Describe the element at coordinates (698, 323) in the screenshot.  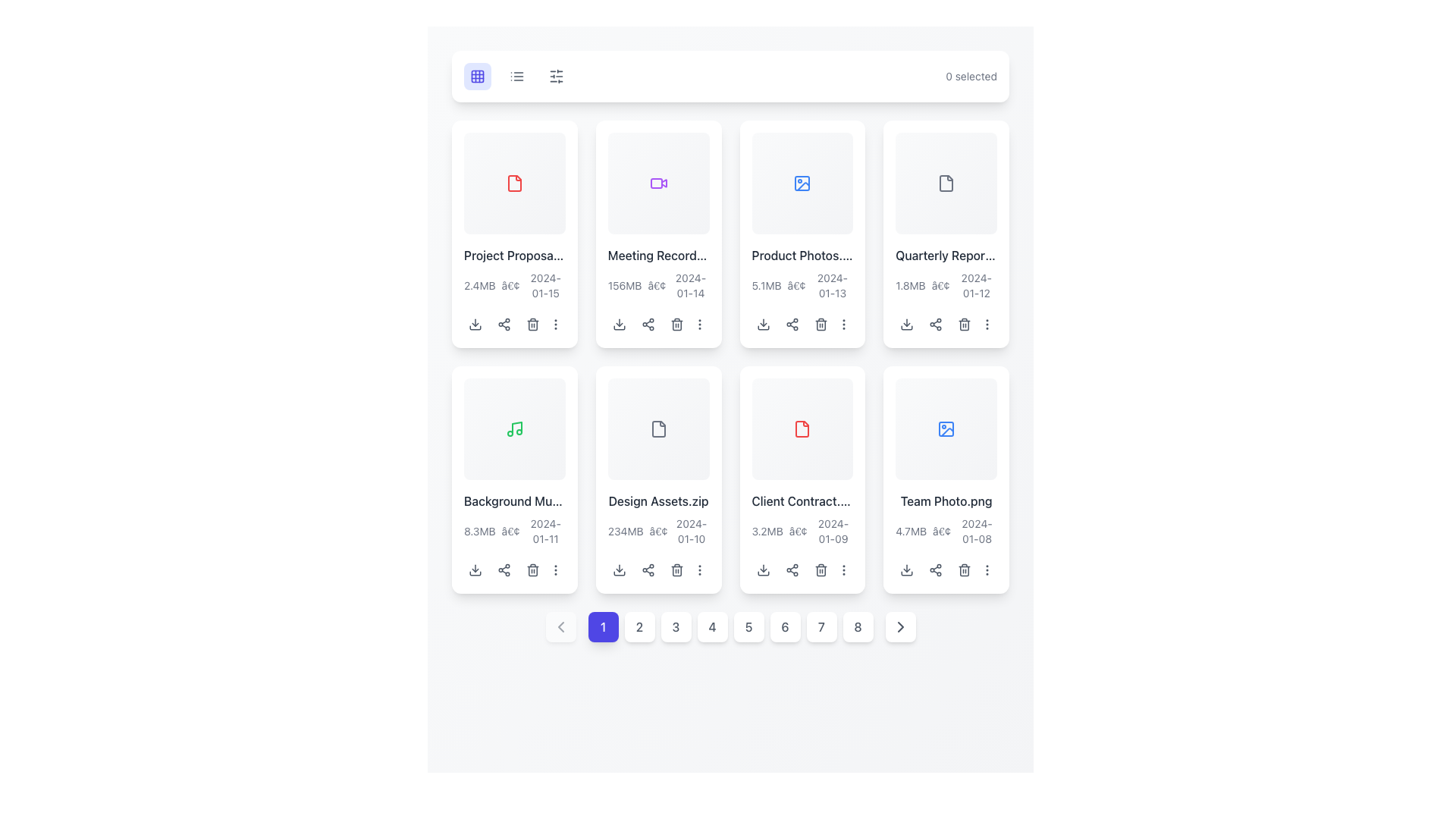
I see `the ellipsis menu button located at the top-right of the file card` at that location.